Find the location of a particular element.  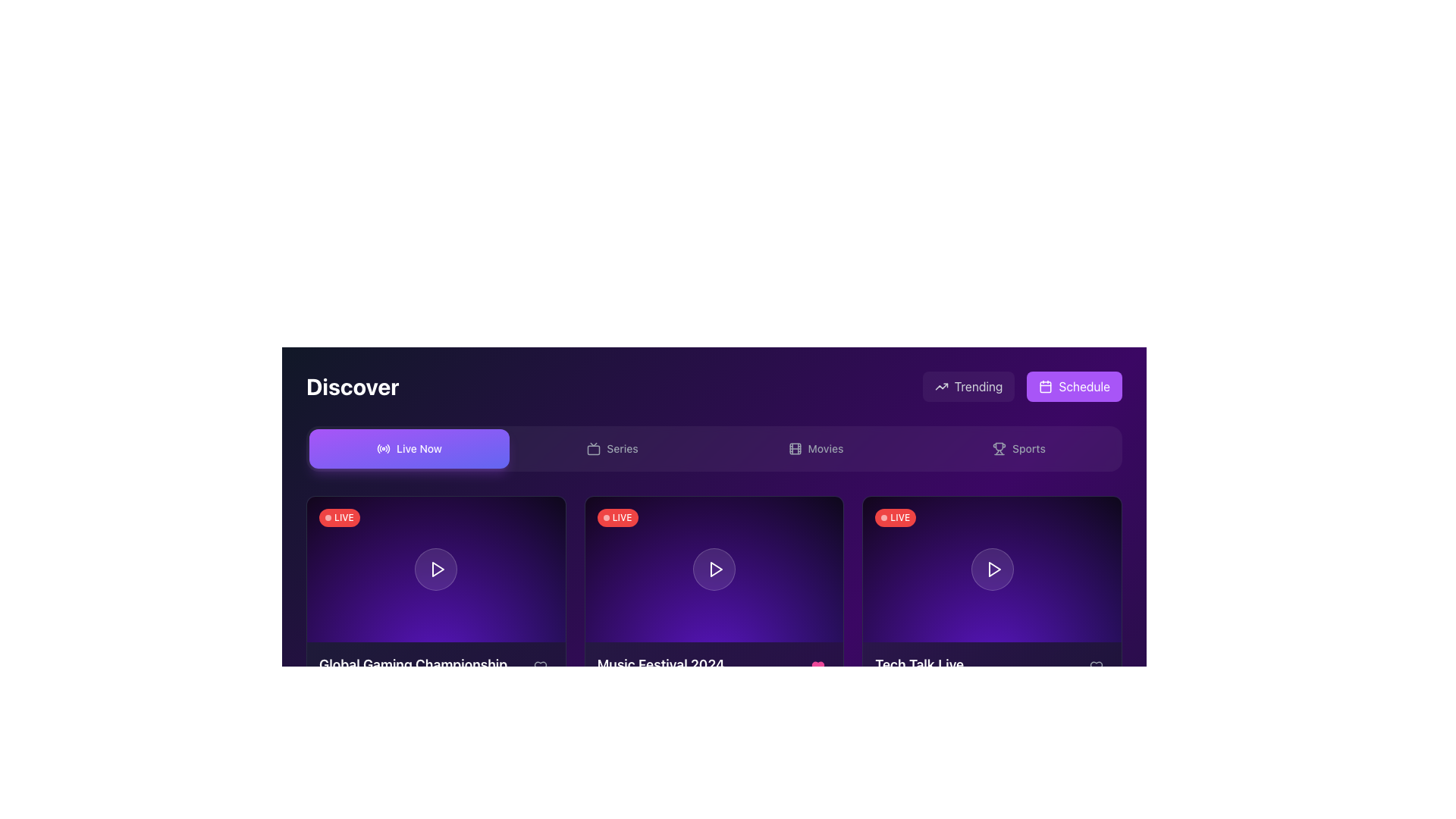

the visual icon representing the 'Sports' theme, which is positioned to the left of the 'Sports' text is located at coordinates (999, 447).